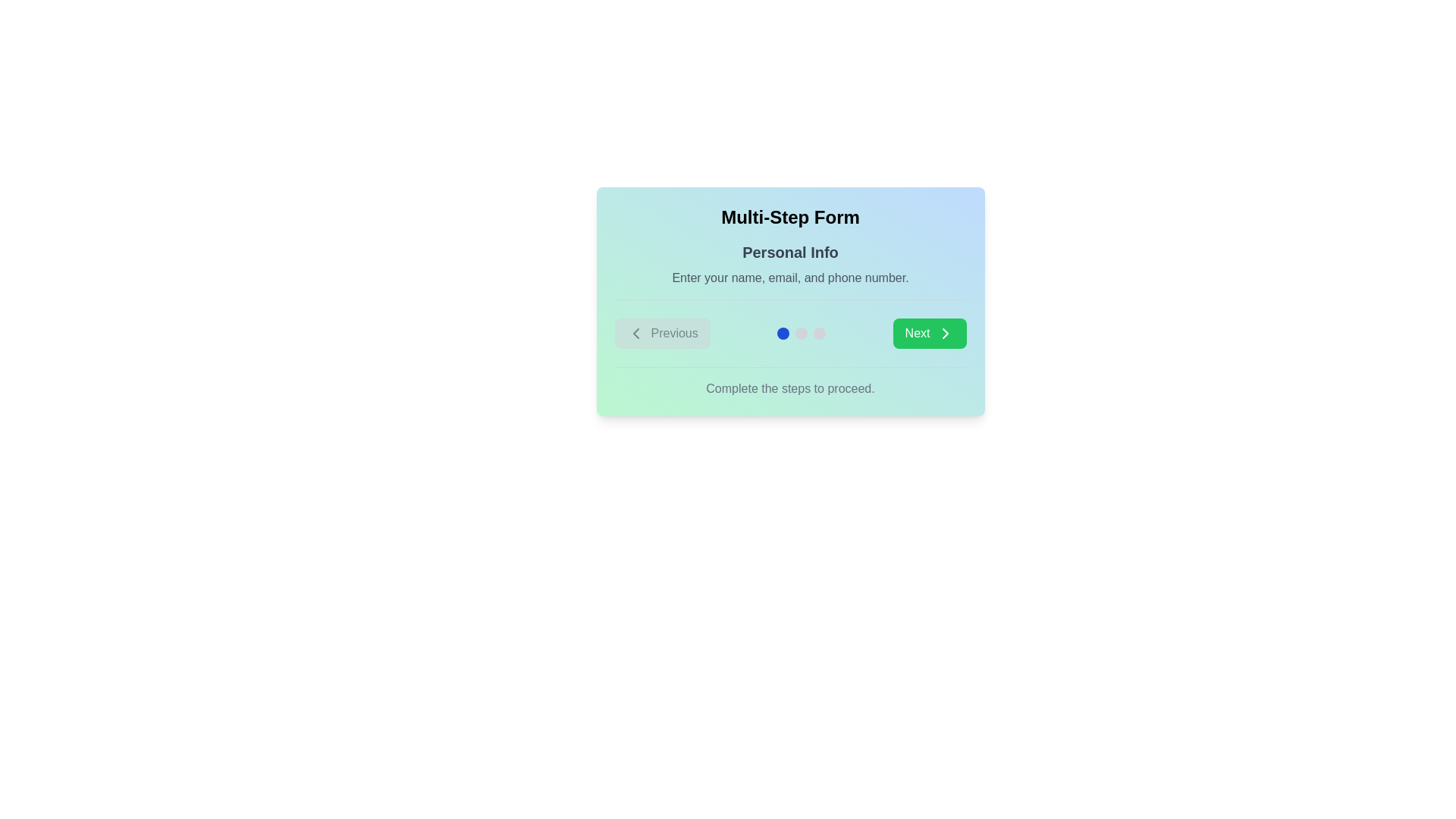 The height and width of the screenshot is (819, 1456). What do you see at coordinates (801, 332) in the screenshot?
I see `the second circular step indicator in the footer area of the multi-step form to indicate progression` at bounding box center [801, 332].